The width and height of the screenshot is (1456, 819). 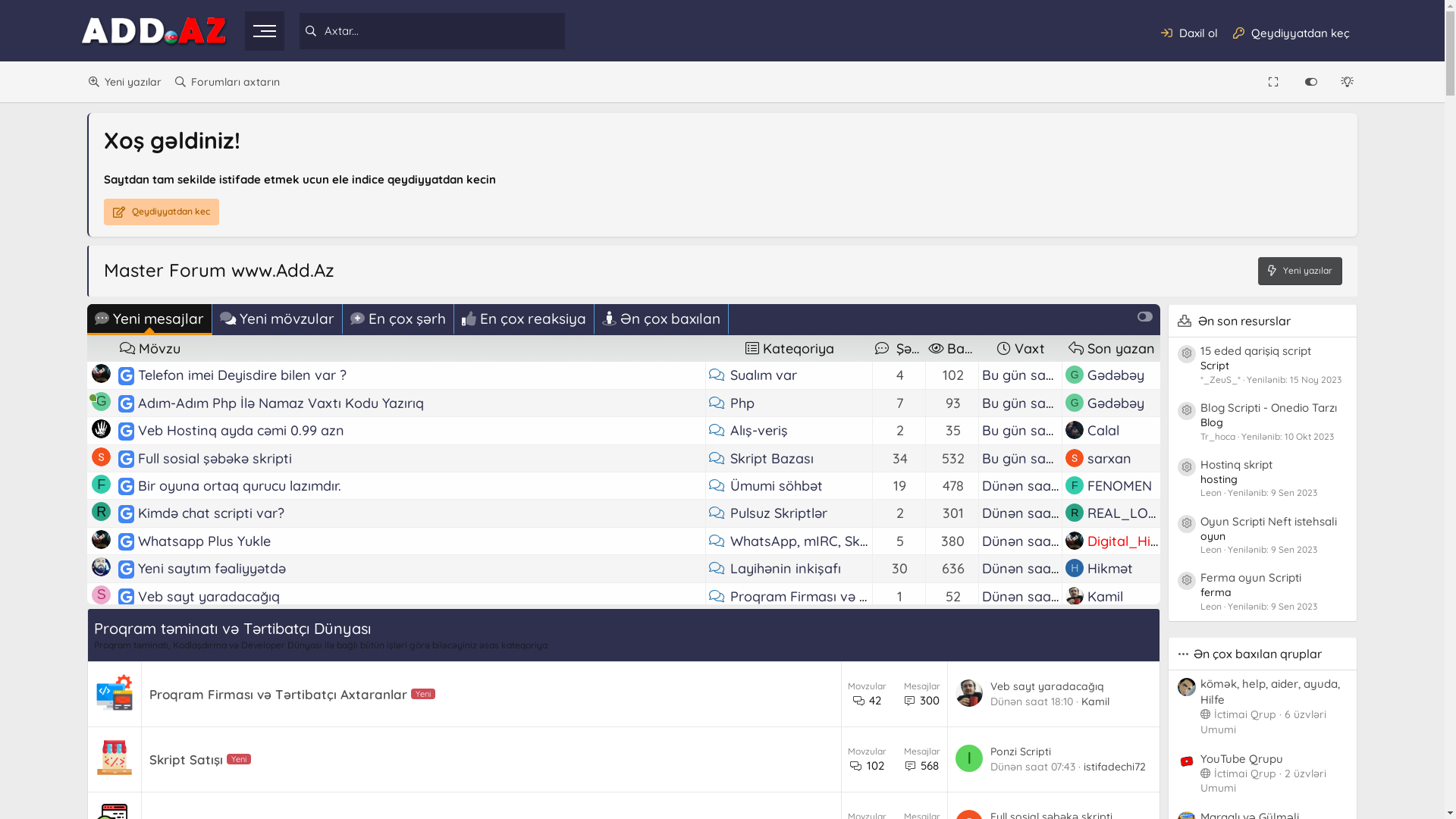 I want to click on 'YouTube Qrupu', so click(x=1241, y=758).